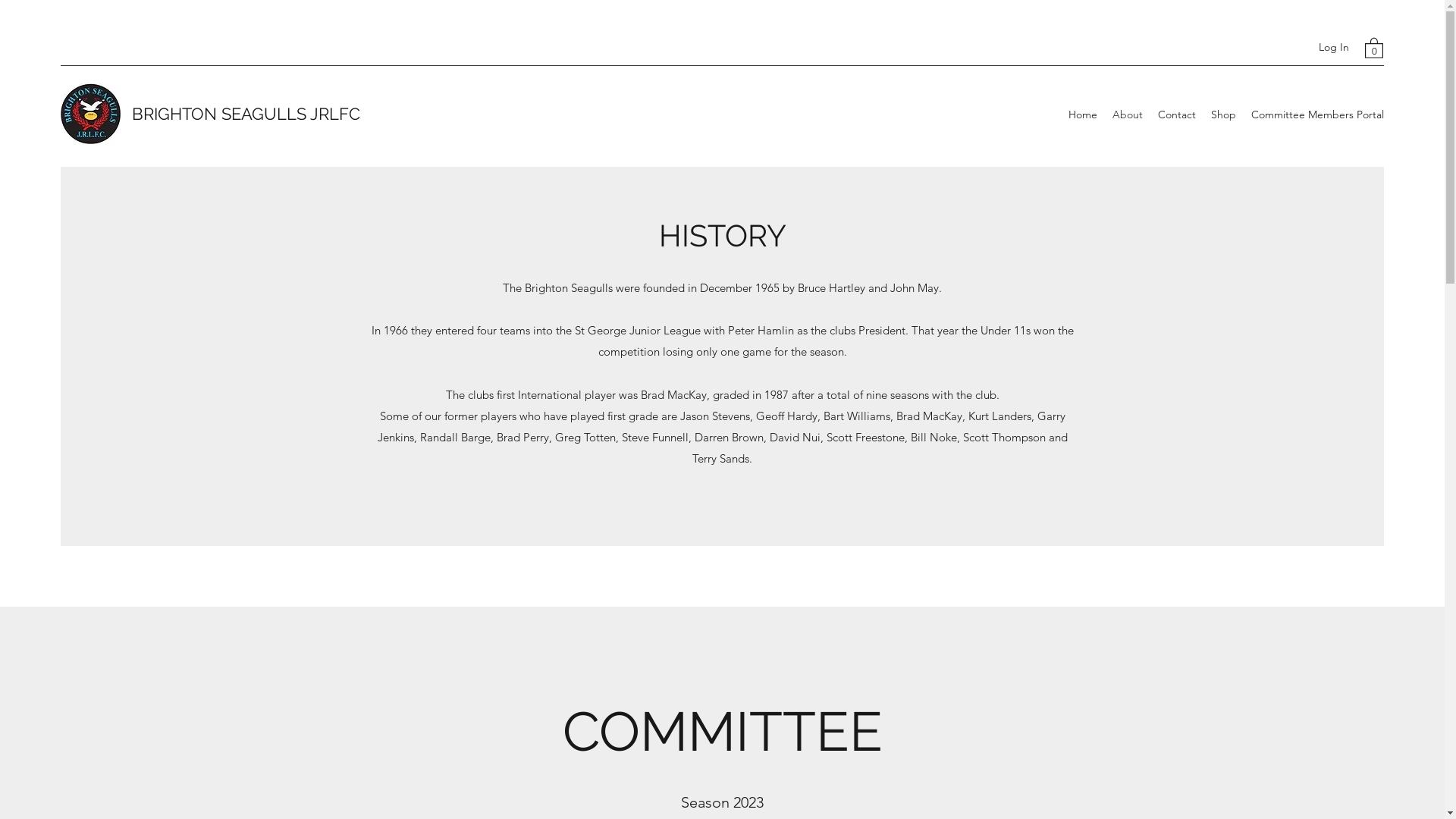 This screenshot has width=1456, height=819. What do you see at coordinates (1128, 113) in the screenshot?
I see `'About'` at bounding box center [1128, 113].